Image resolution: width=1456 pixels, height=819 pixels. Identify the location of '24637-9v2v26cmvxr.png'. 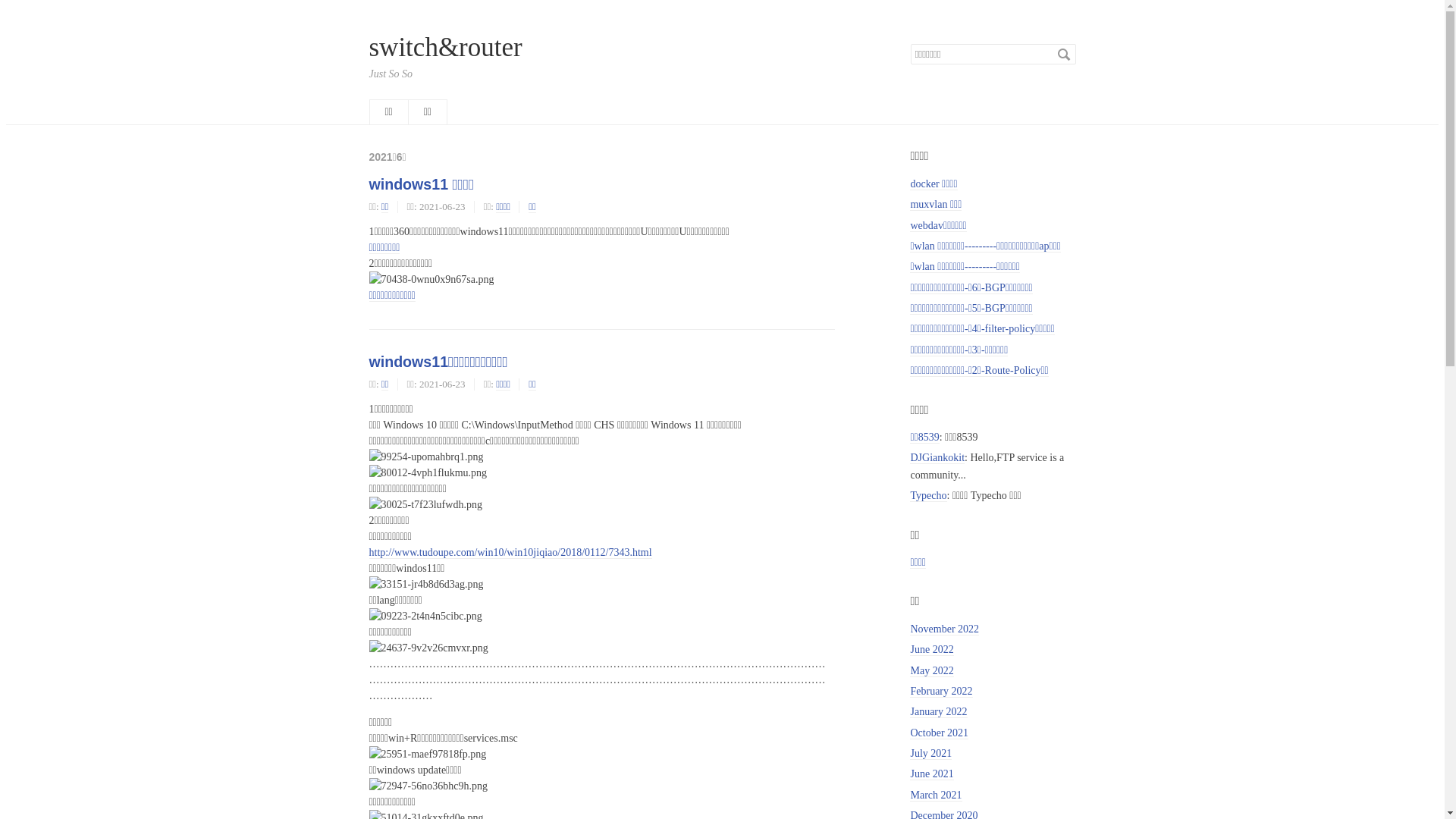
(368, 648).